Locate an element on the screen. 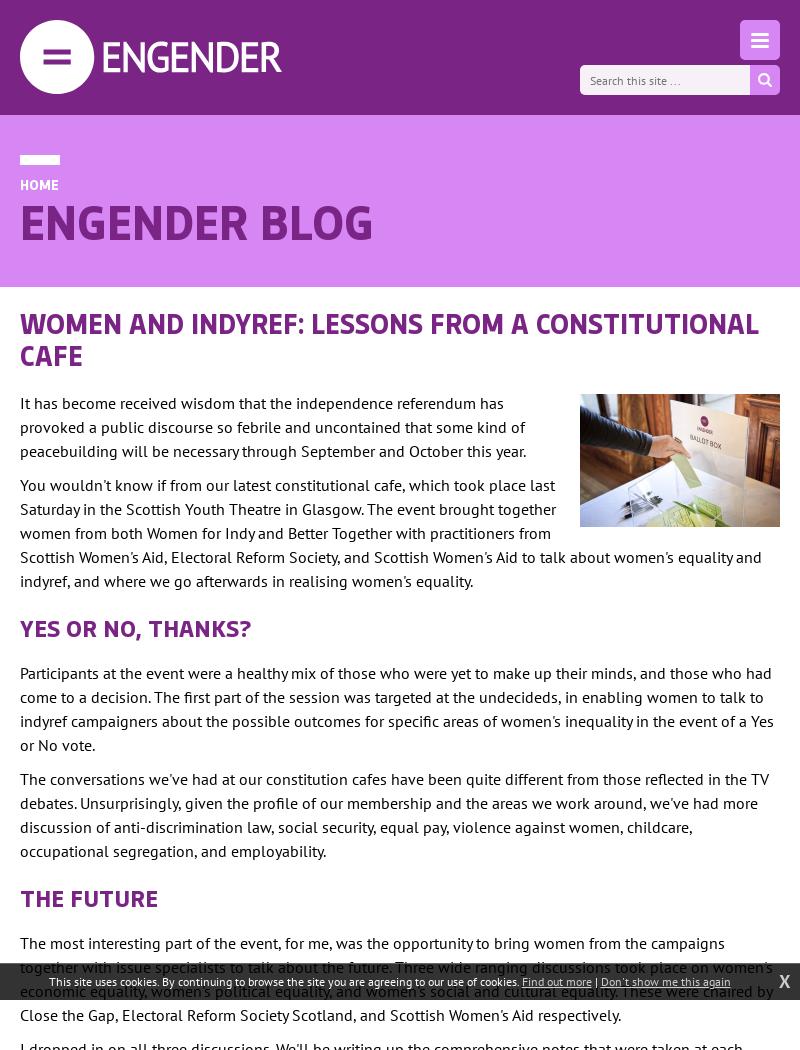  'You wouldn't know if from our latest constitutional cafe, which took place last Saturday in the Scottish Youth Theatre in Glasgow. The event brought together women from both Women for Indy and Better Together with practitioners from Scottish Women's Aid, Electoral Reform Society, and Scottish Women's Aid to talk about women's equality and indyref, and where we go afterwards in realising women's equality.' is located at coordinates (390, 532).